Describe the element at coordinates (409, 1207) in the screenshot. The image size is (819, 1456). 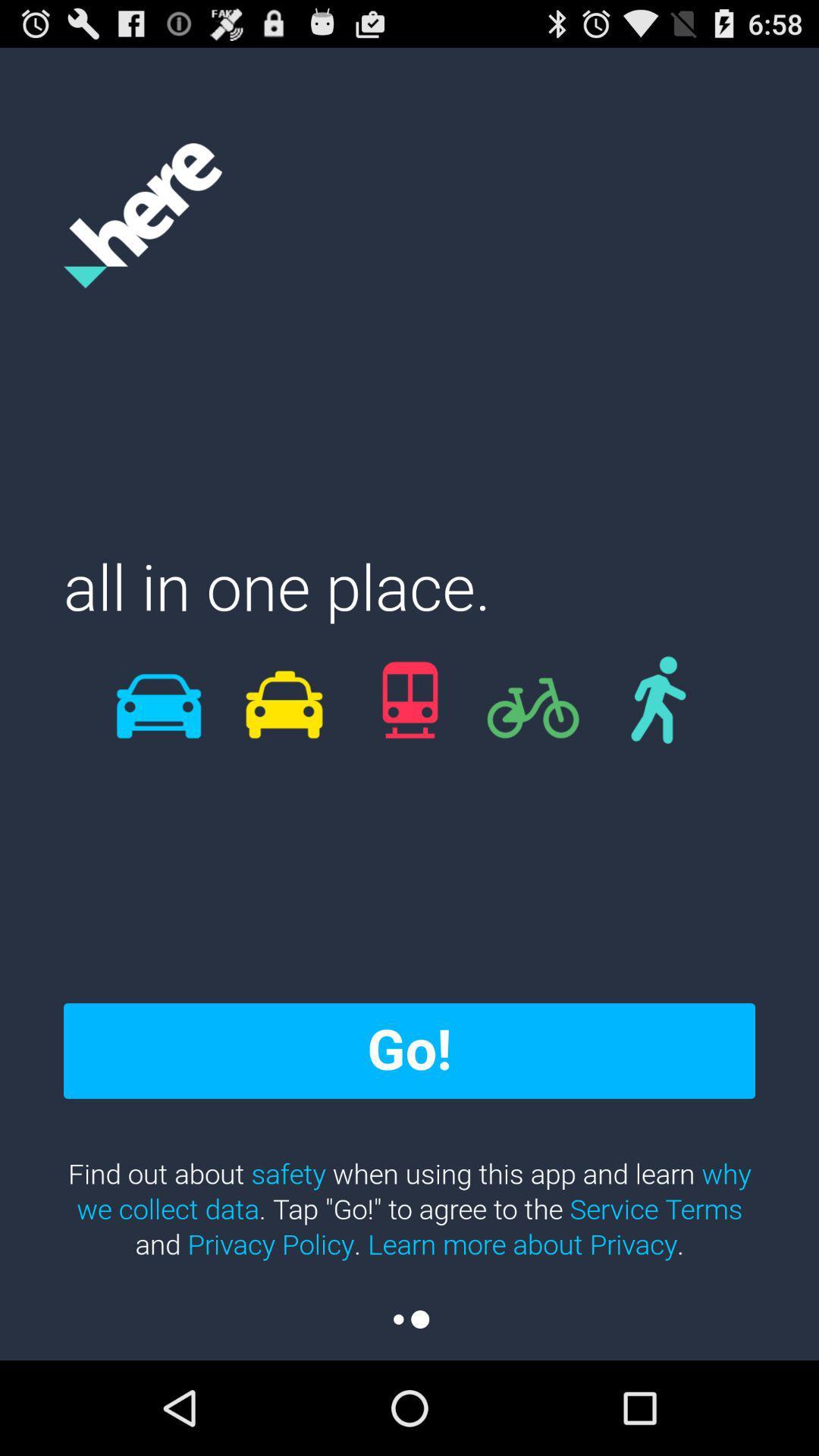
I see `the icon below go! icon` at that location.